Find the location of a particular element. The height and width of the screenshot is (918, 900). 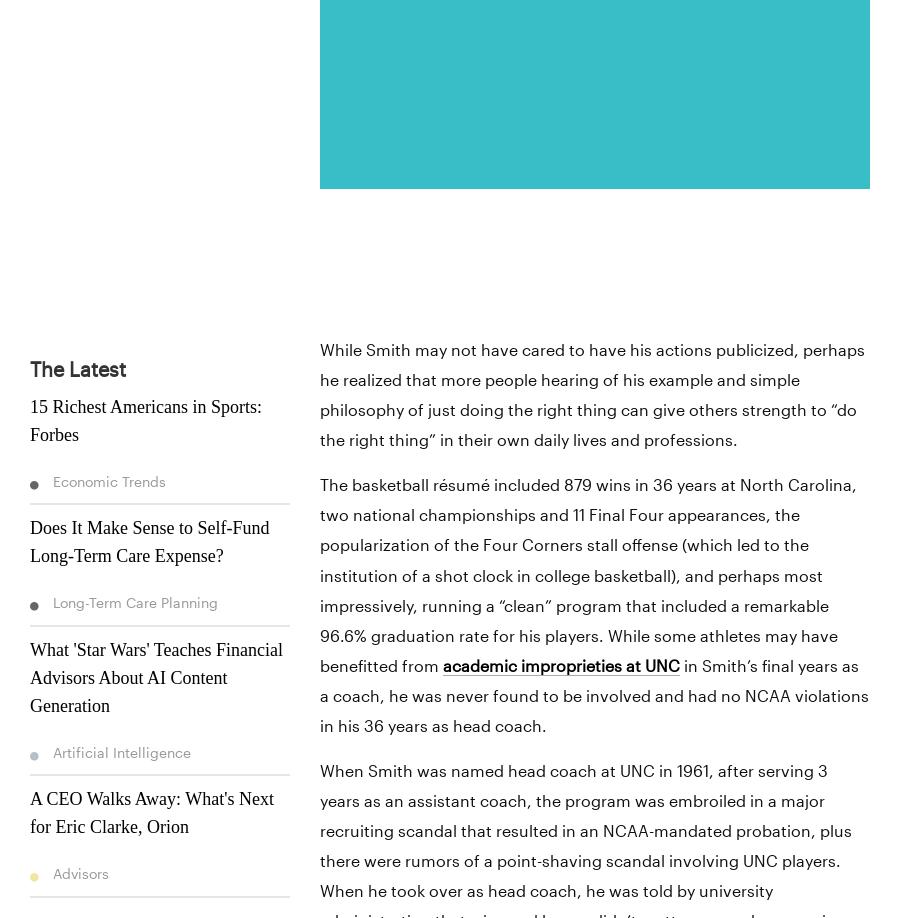

'Does It Make Sense to Self-Fund Long-Term Care Expense?' is located at coordinates (149, 541).